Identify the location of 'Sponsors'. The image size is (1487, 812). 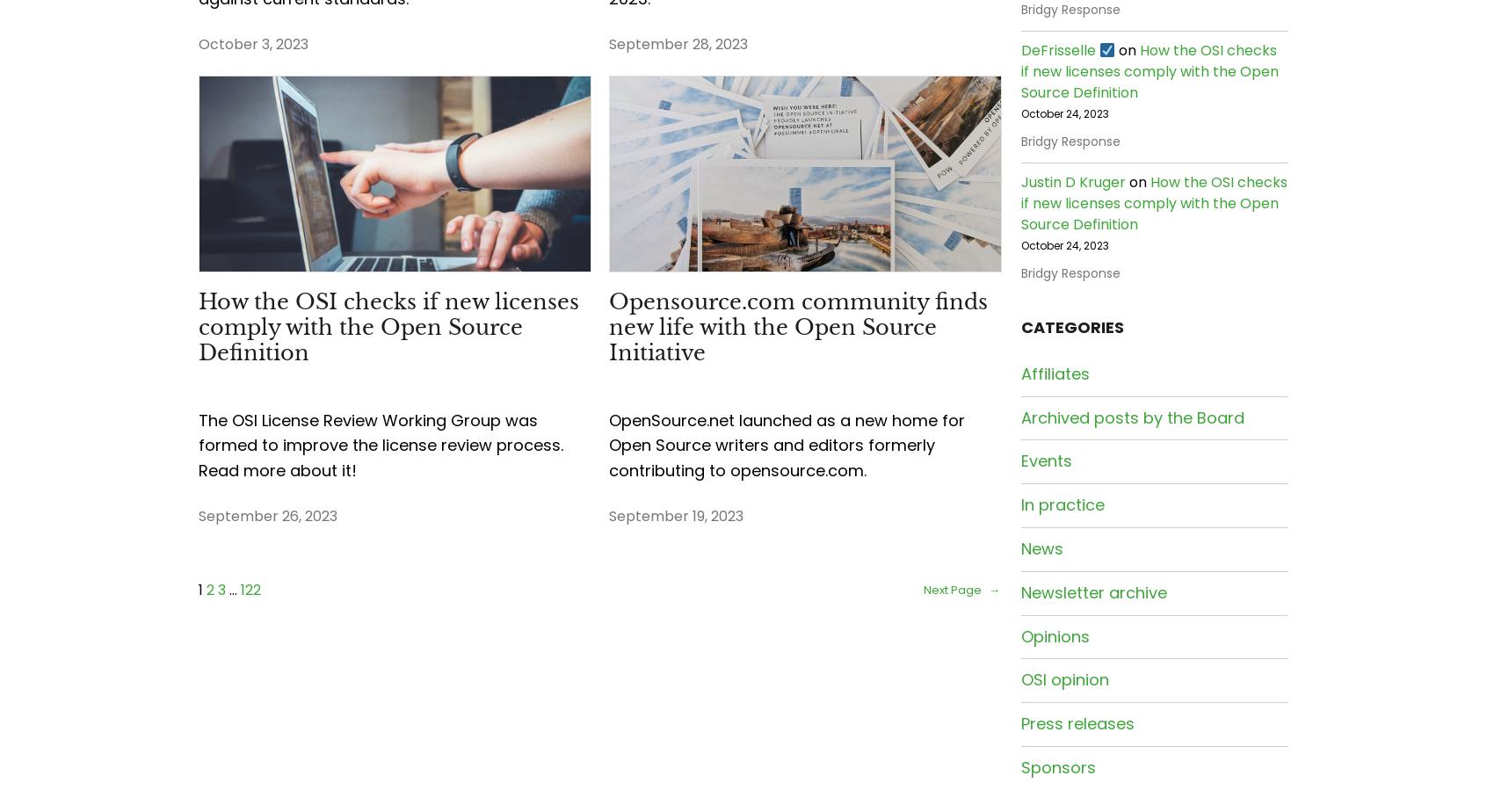
(1020, 766).